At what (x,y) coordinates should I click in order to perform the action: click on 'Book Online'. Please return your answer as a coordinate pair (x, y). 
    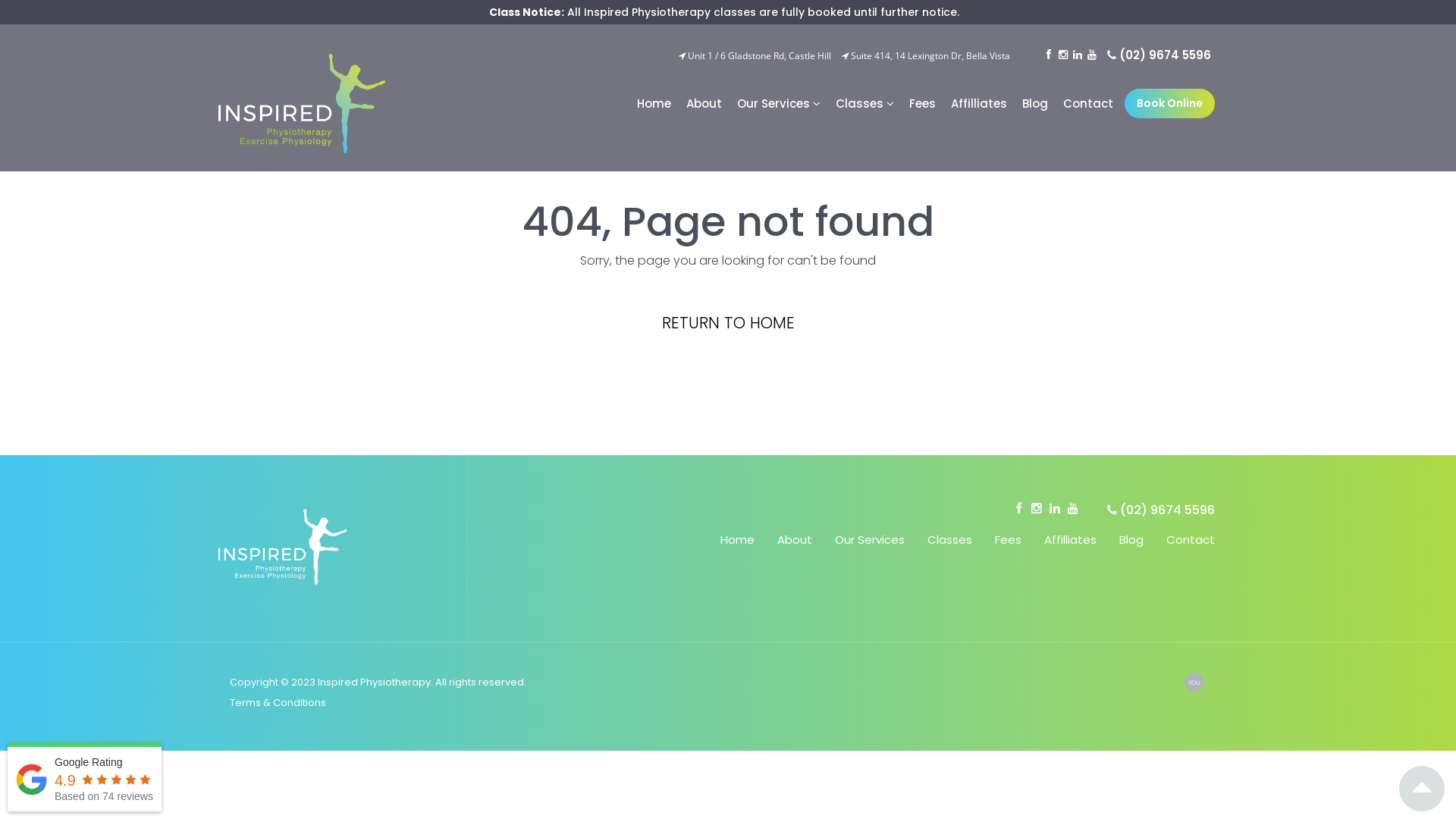
    Looking at the image, I should click on (1169, 102).